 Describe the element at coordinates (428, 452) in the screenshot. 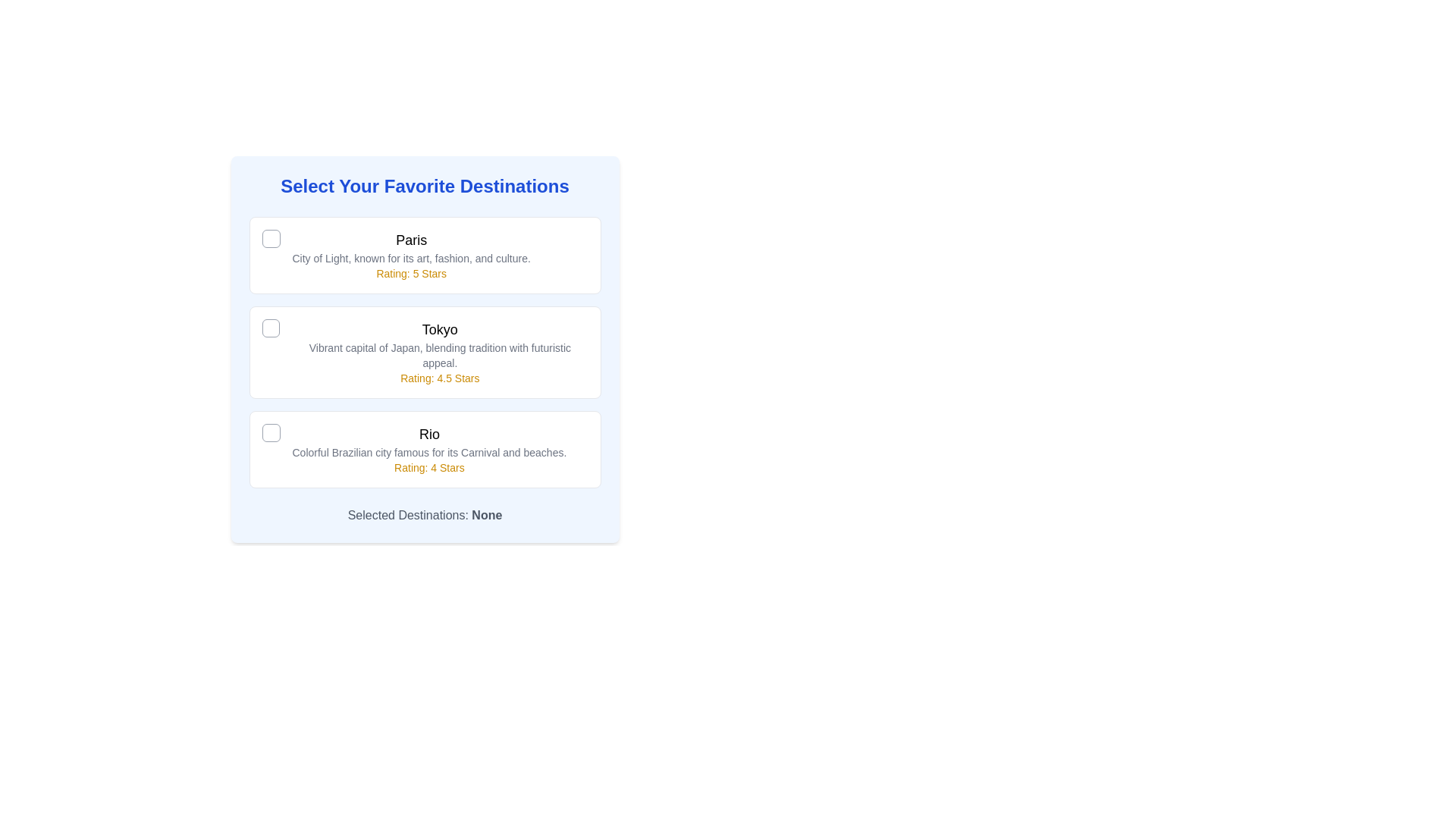

I see `the static text block that provides additional descriptive information about 'Rio', which is positioned between the 'Rio' label and the 'Rating: 4 Stars' text` at that location.